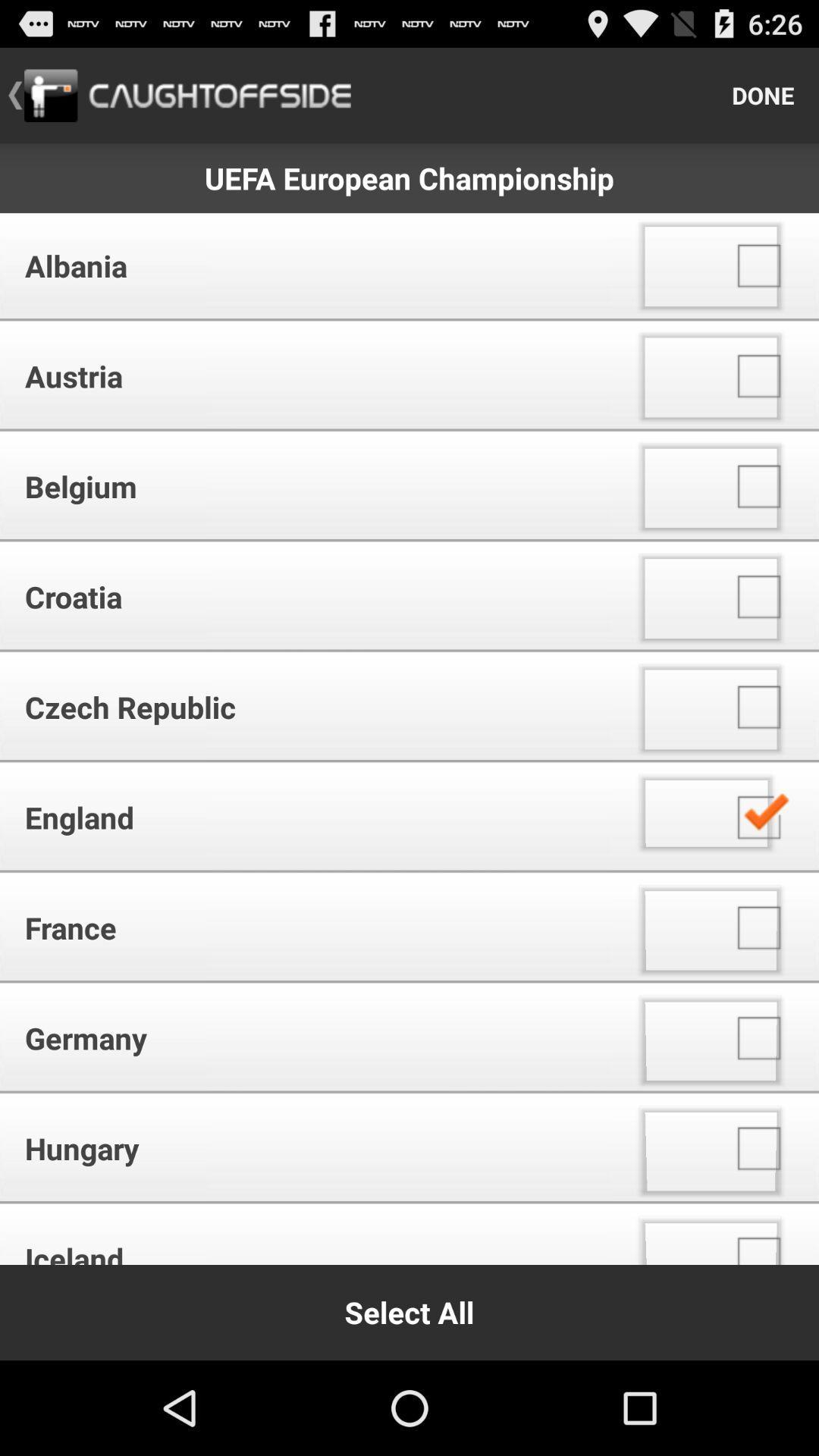 The width and height of the screenshot is (819, 1456). Describe the element at coordinates (310, 1148) in the screenshot. I see `the hungary icon` at that location.